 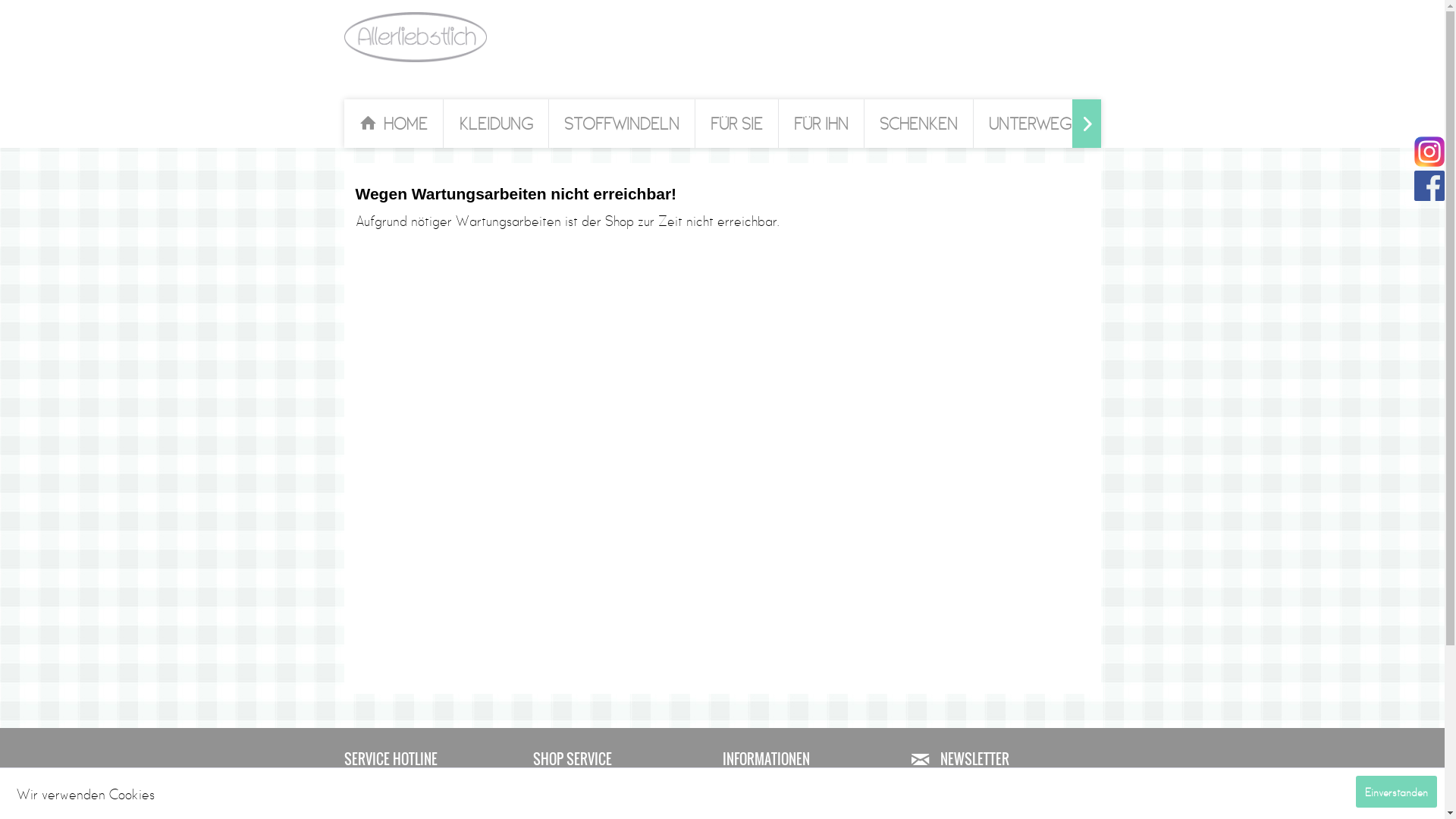 What do you see at coordinates (1395, 791) in the screenshot?
I see `'Einverstanden'` at bounding box center [1395, 791].